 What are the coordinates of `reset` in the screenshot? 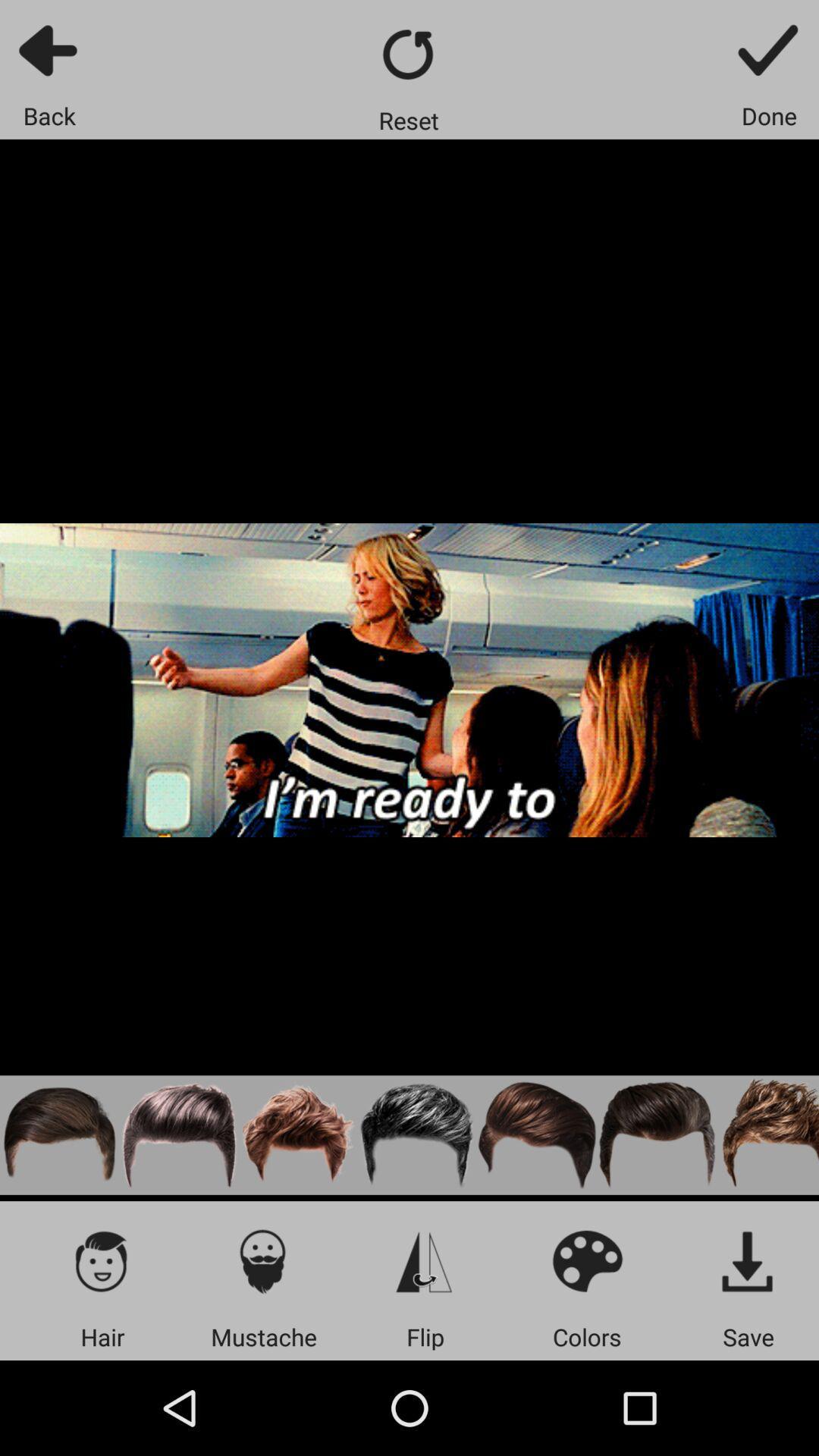 It's located at (408, 54).